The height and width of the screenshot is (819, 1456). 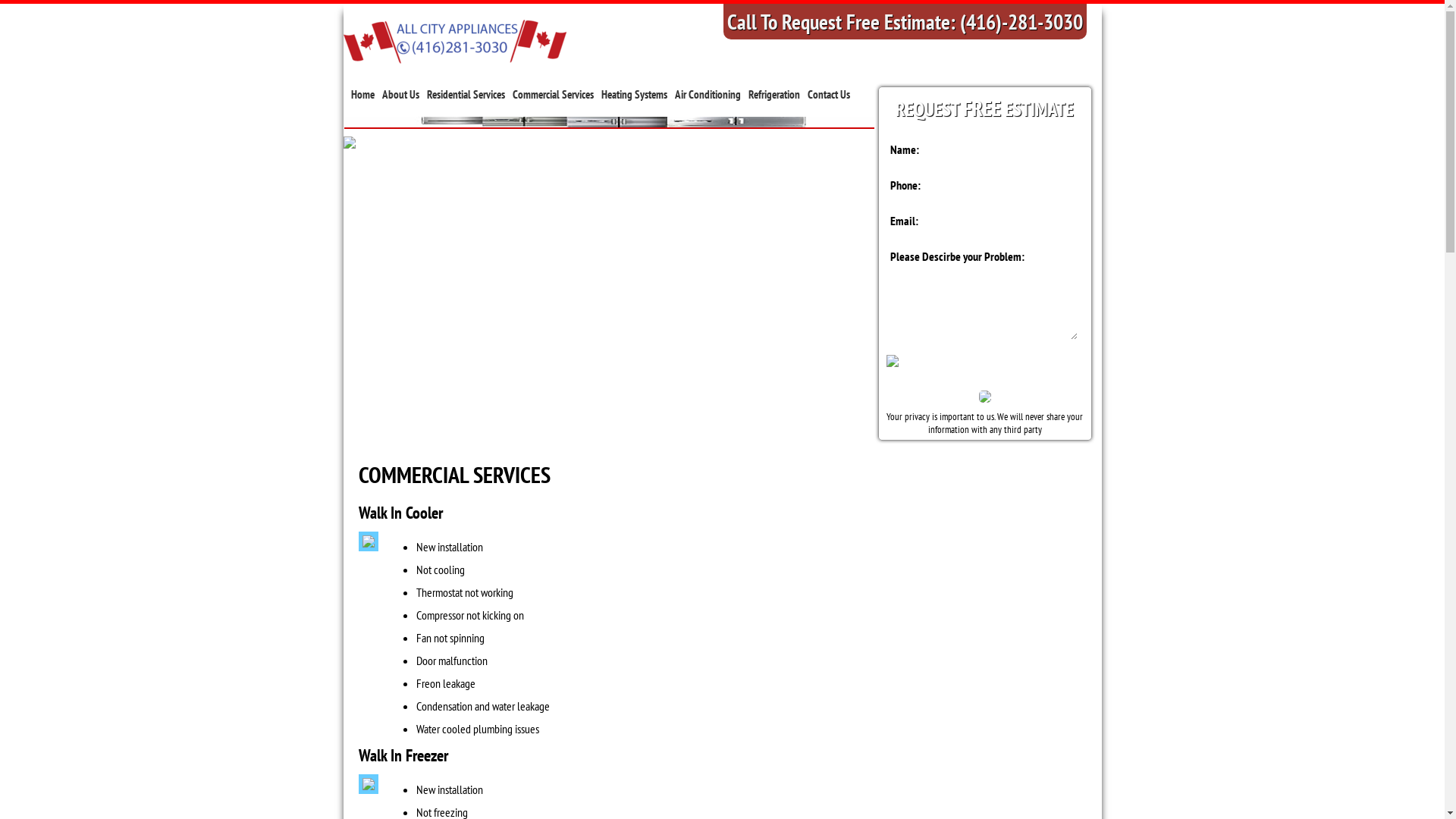 What do you see at coordinates (707, 94) in the screenshot?
I see `'Air Conditioning'` at bounding box center [707, 94].